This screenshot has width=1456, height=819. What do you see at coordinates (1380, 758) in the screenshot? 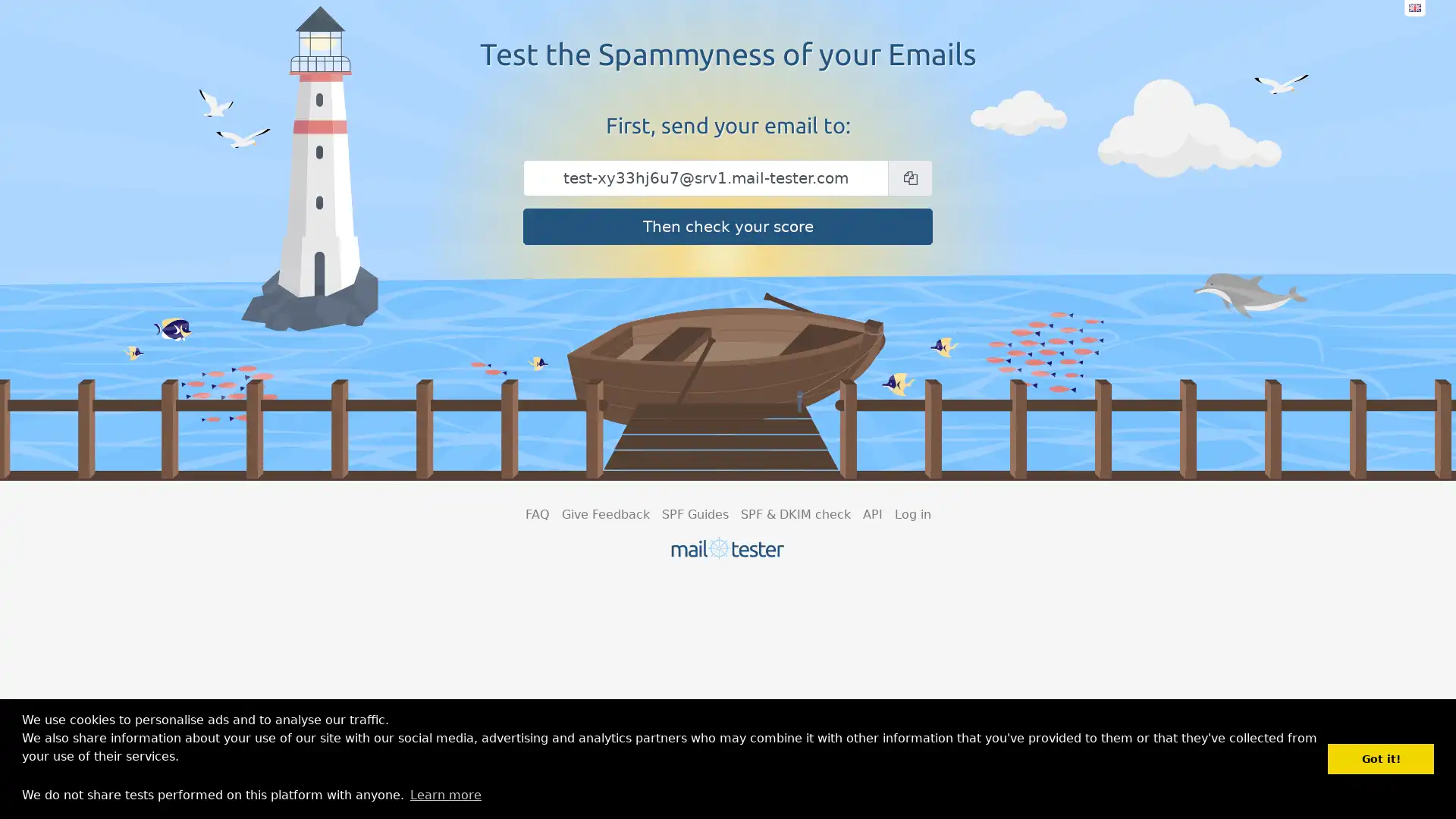
I see `dismiss cookie message` at bounding box center [1380, 758].